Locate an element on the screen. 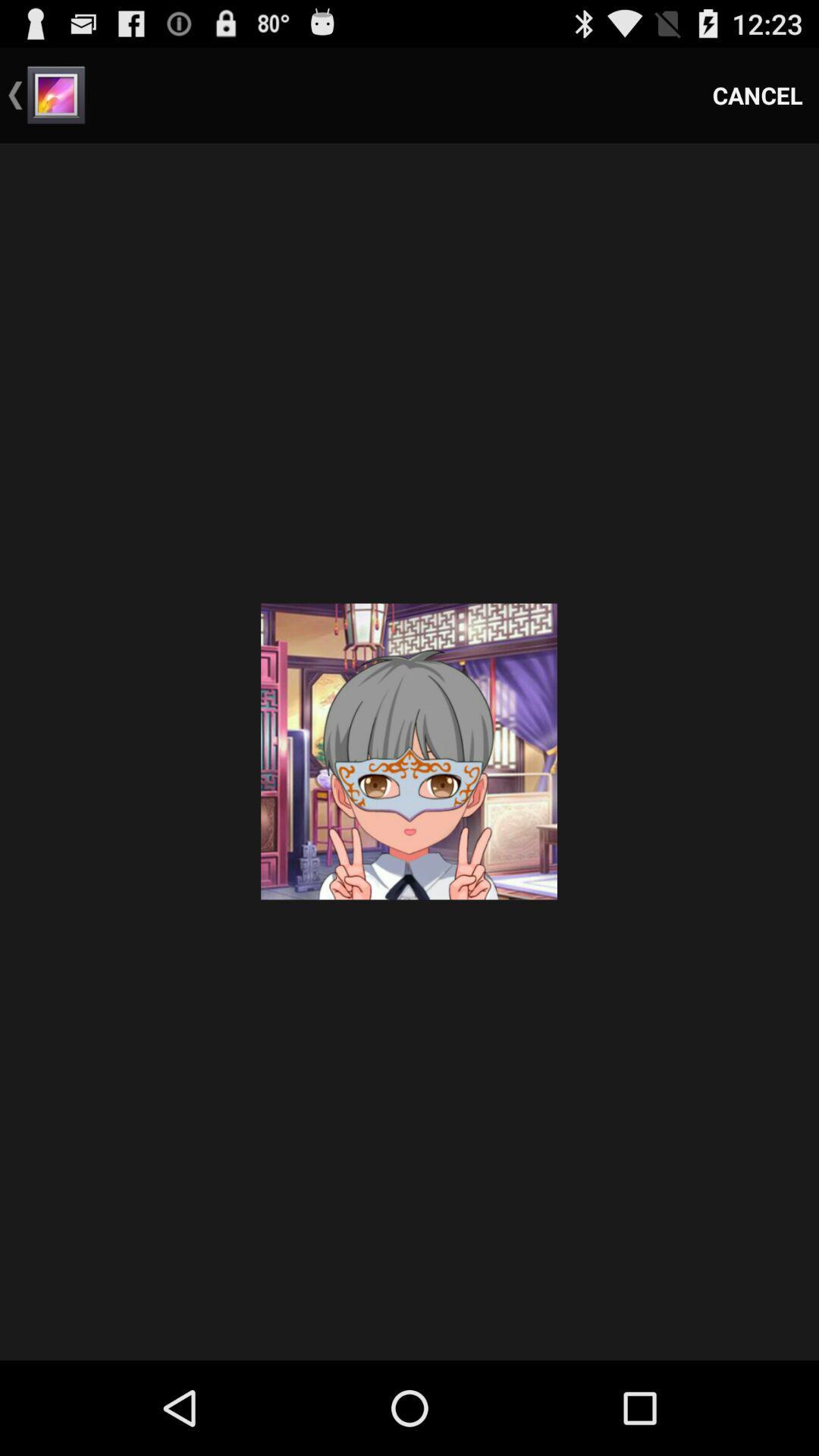 This screenshot has width=819, height=1456. cancel is located at coordinates (758, 94).